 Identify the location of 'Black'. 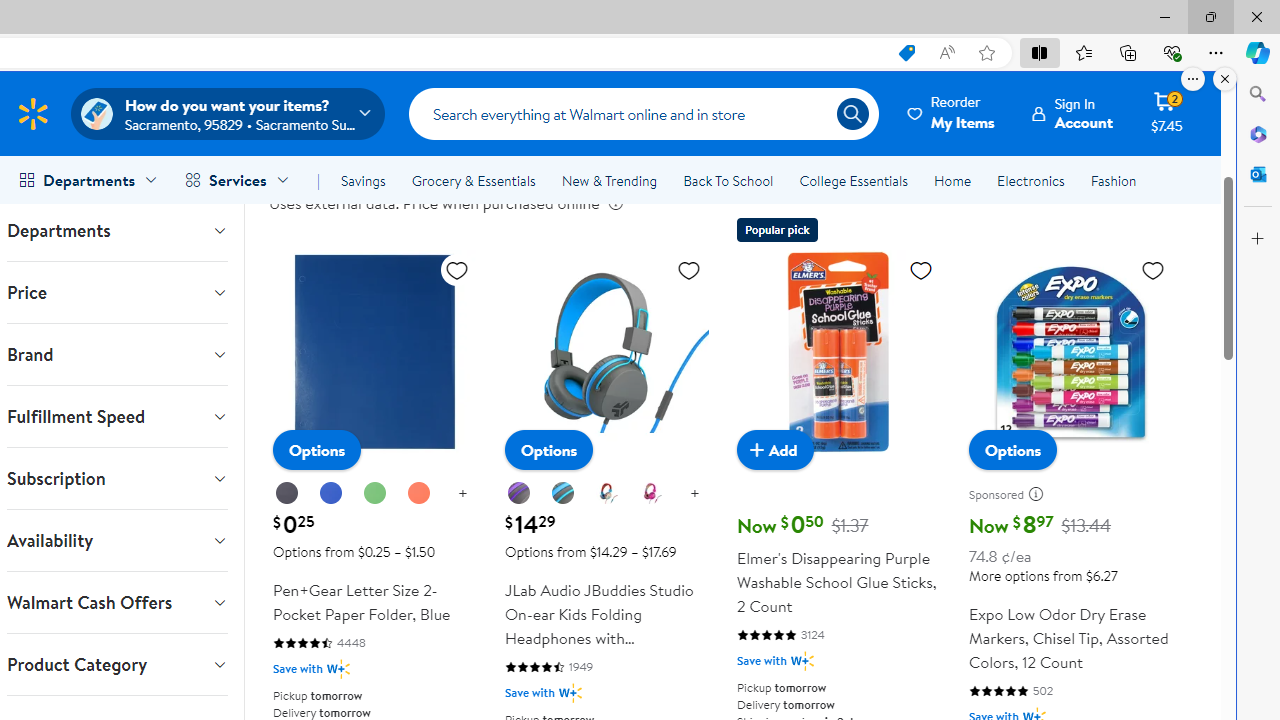
(285, 493).